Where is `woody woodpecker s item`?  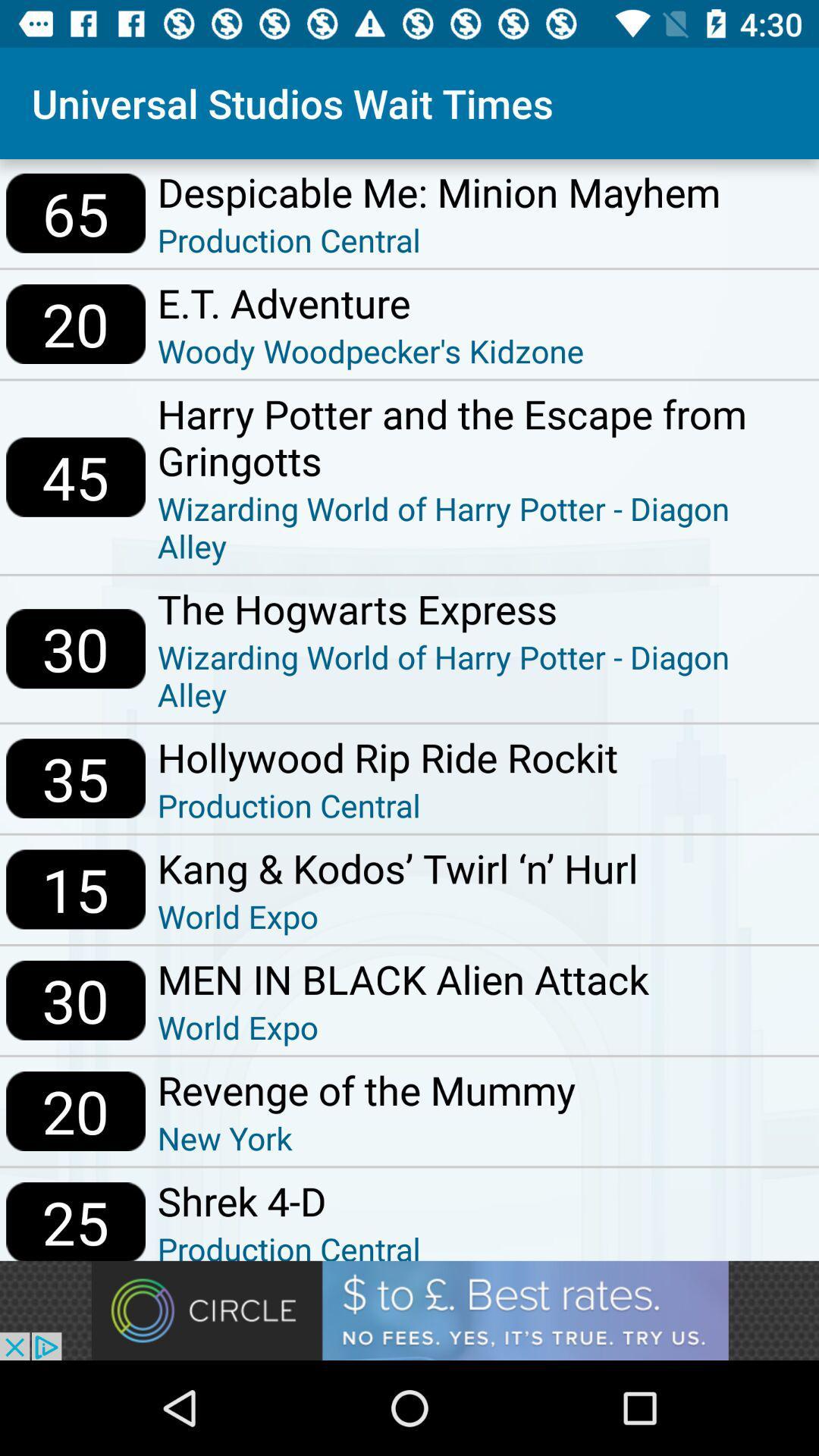
woody woodpecker s item is located at coordinates (371, 350).